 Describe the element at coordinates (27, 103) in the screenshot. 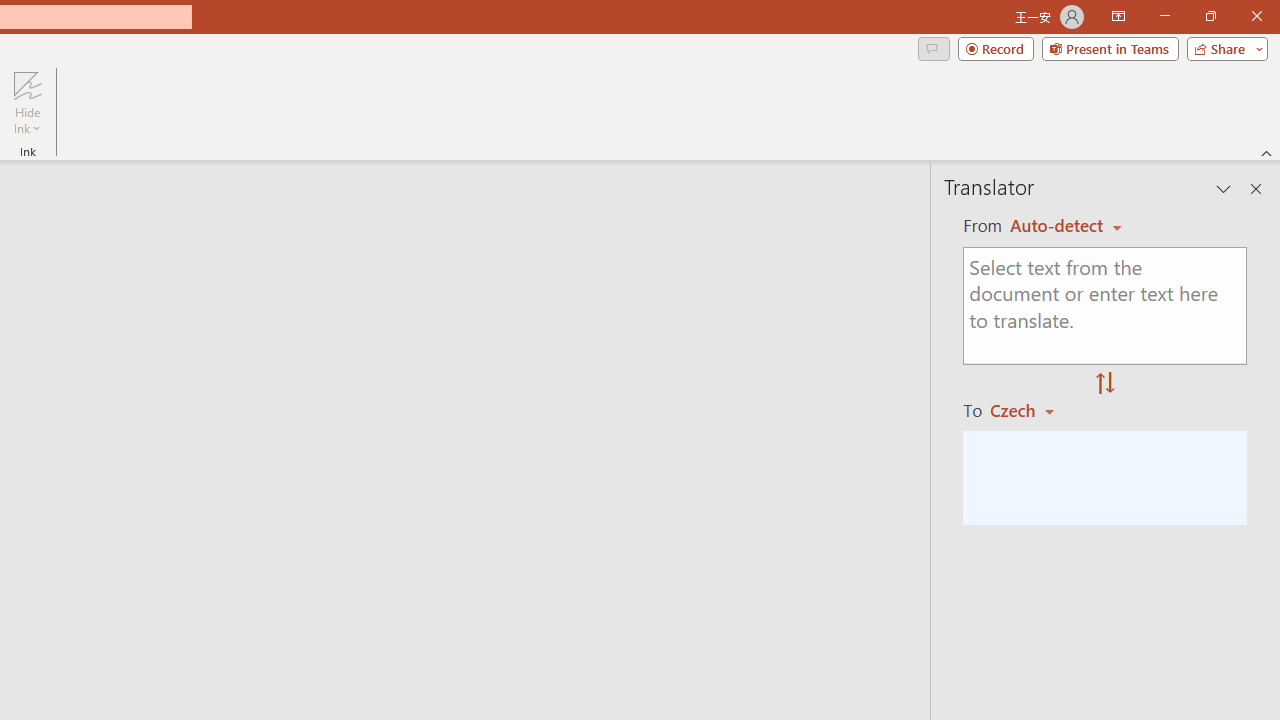

I see `'Hide Ink'` at that location.